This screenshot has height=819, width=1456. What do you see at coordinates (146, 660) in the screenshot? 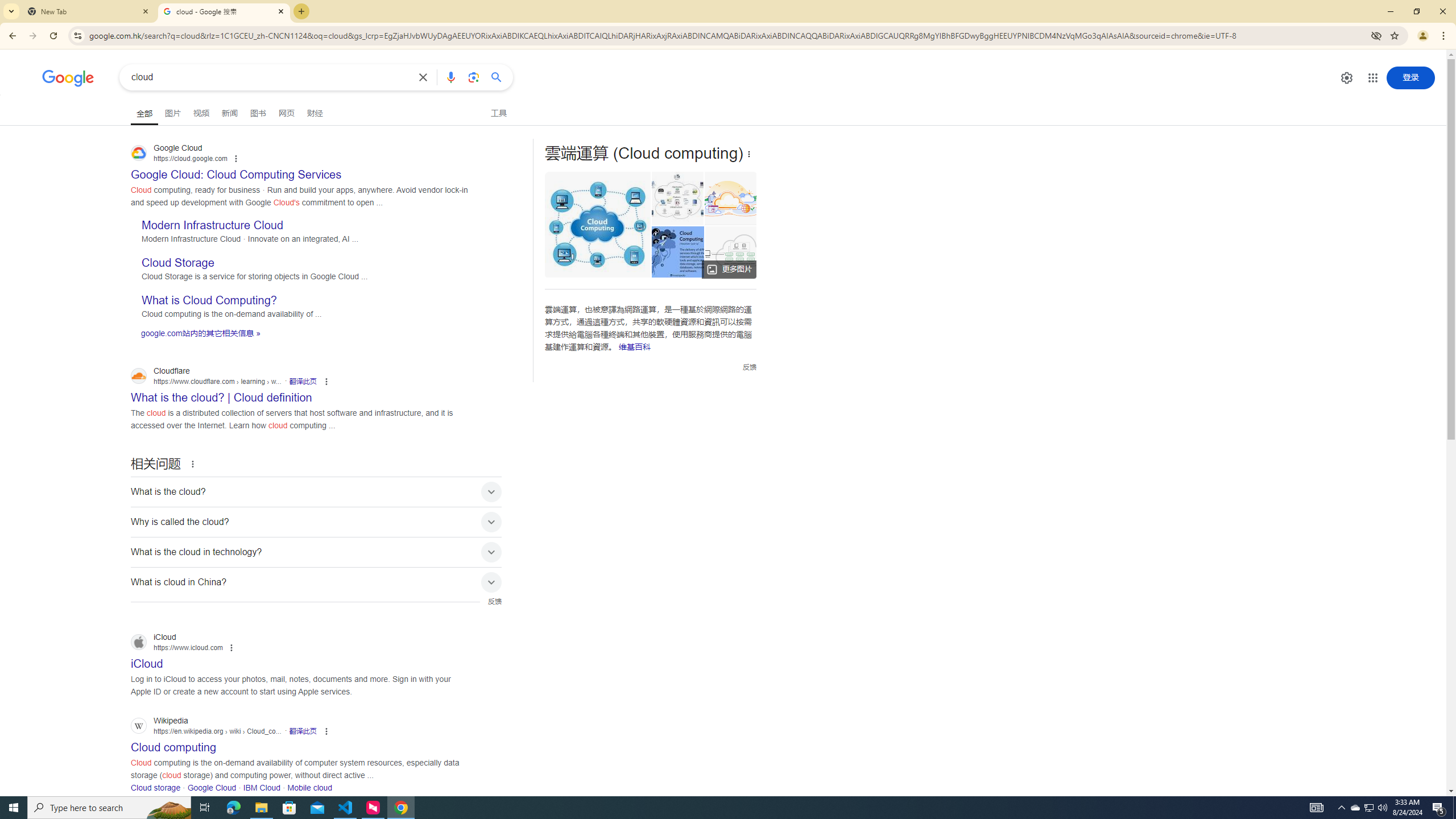
I see `' iCloud iCloud https://www.icloud.com'` at bounding box center [146, 660].